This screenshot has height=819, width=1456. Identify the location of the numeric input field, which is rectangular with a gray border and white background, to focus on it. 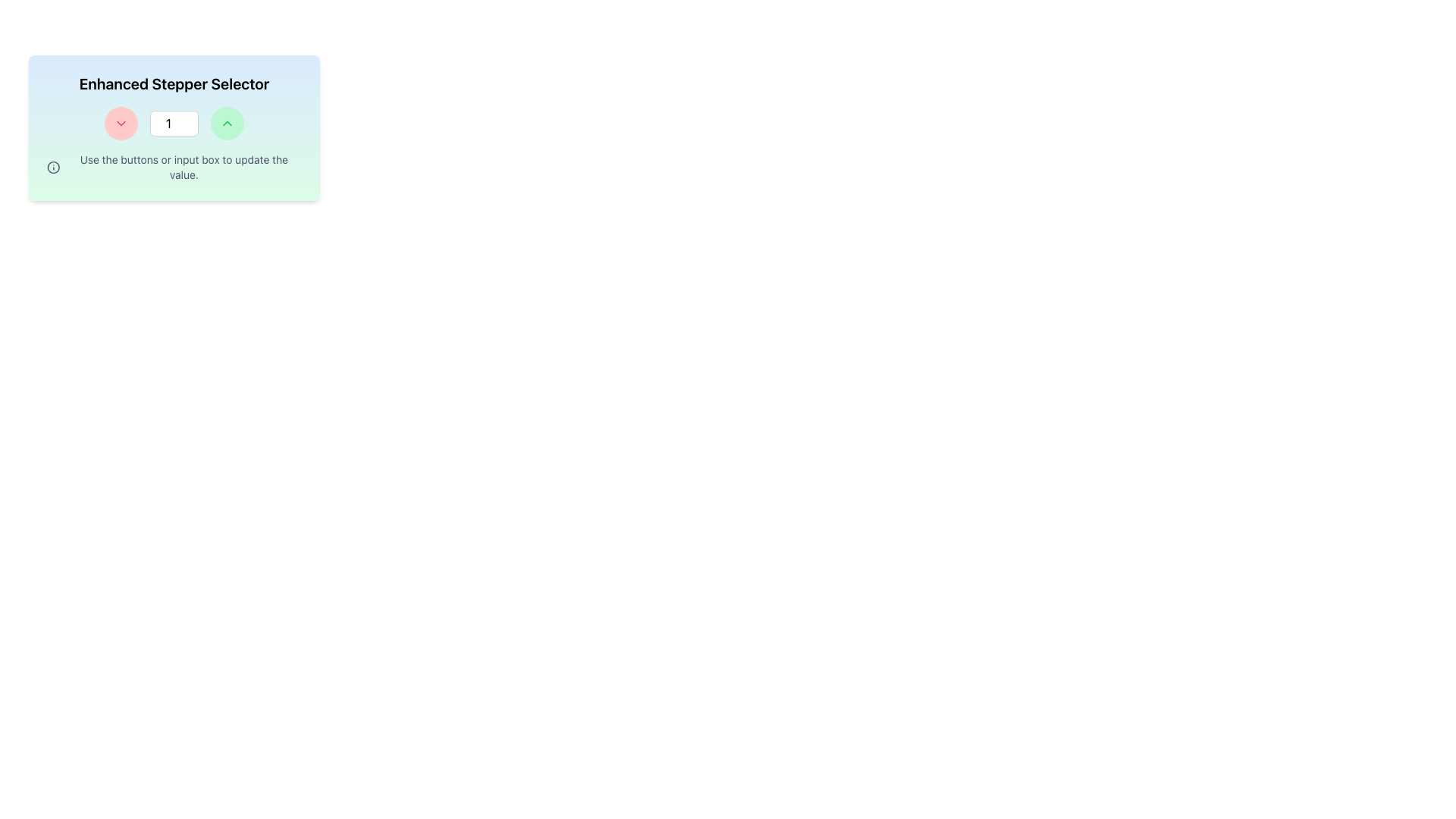
(174, 122).